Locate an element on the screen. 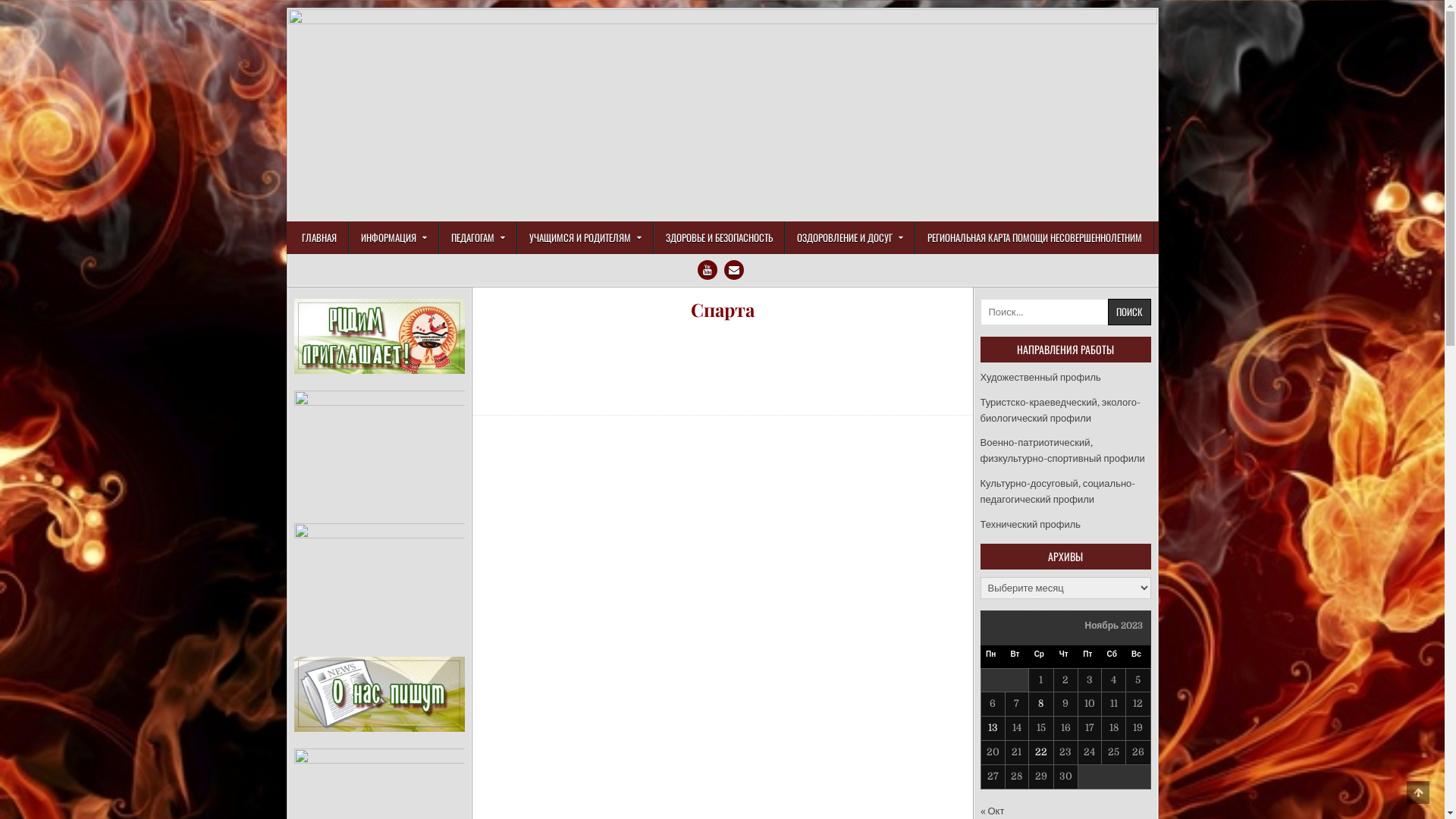  '8' is located at coordinates (1040, 703).